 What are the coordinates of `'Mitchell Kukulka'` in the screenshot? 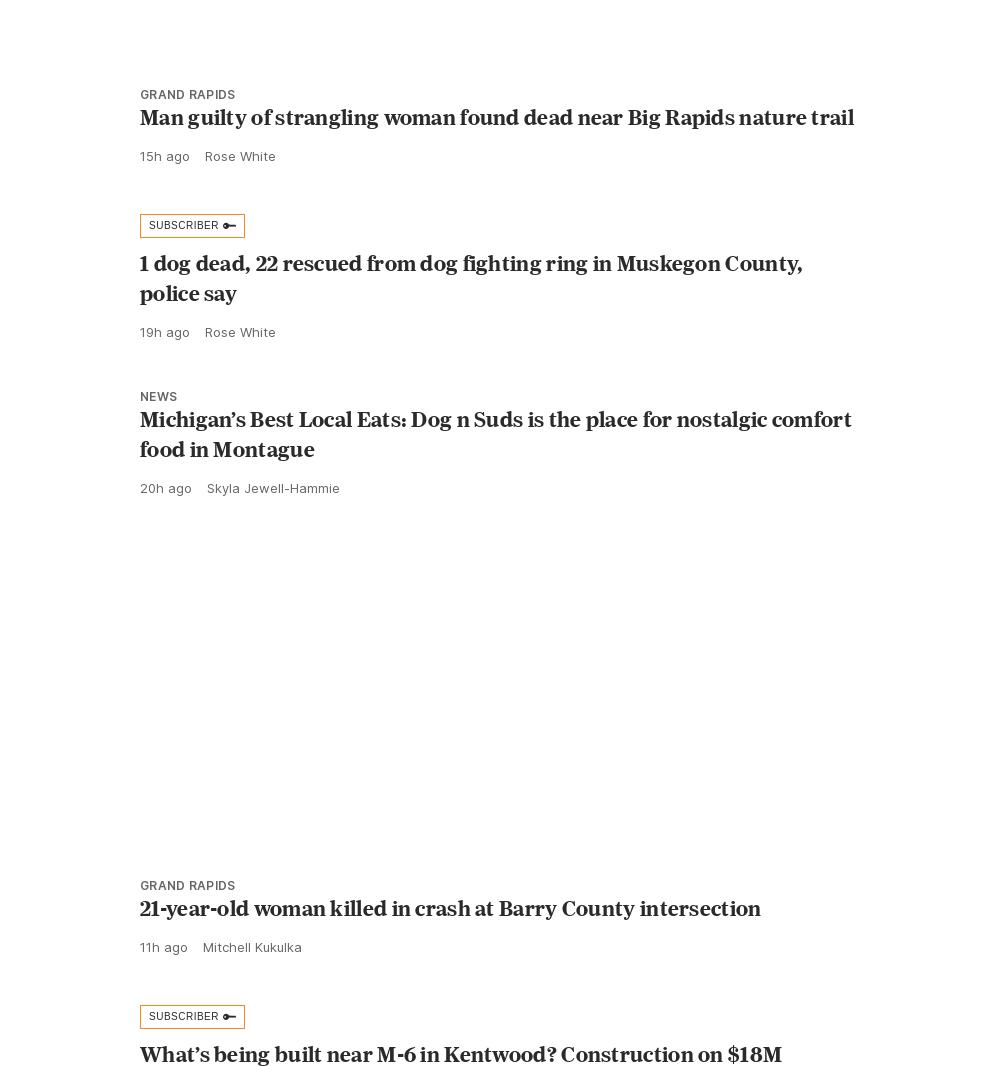 It's located at (252, 990).